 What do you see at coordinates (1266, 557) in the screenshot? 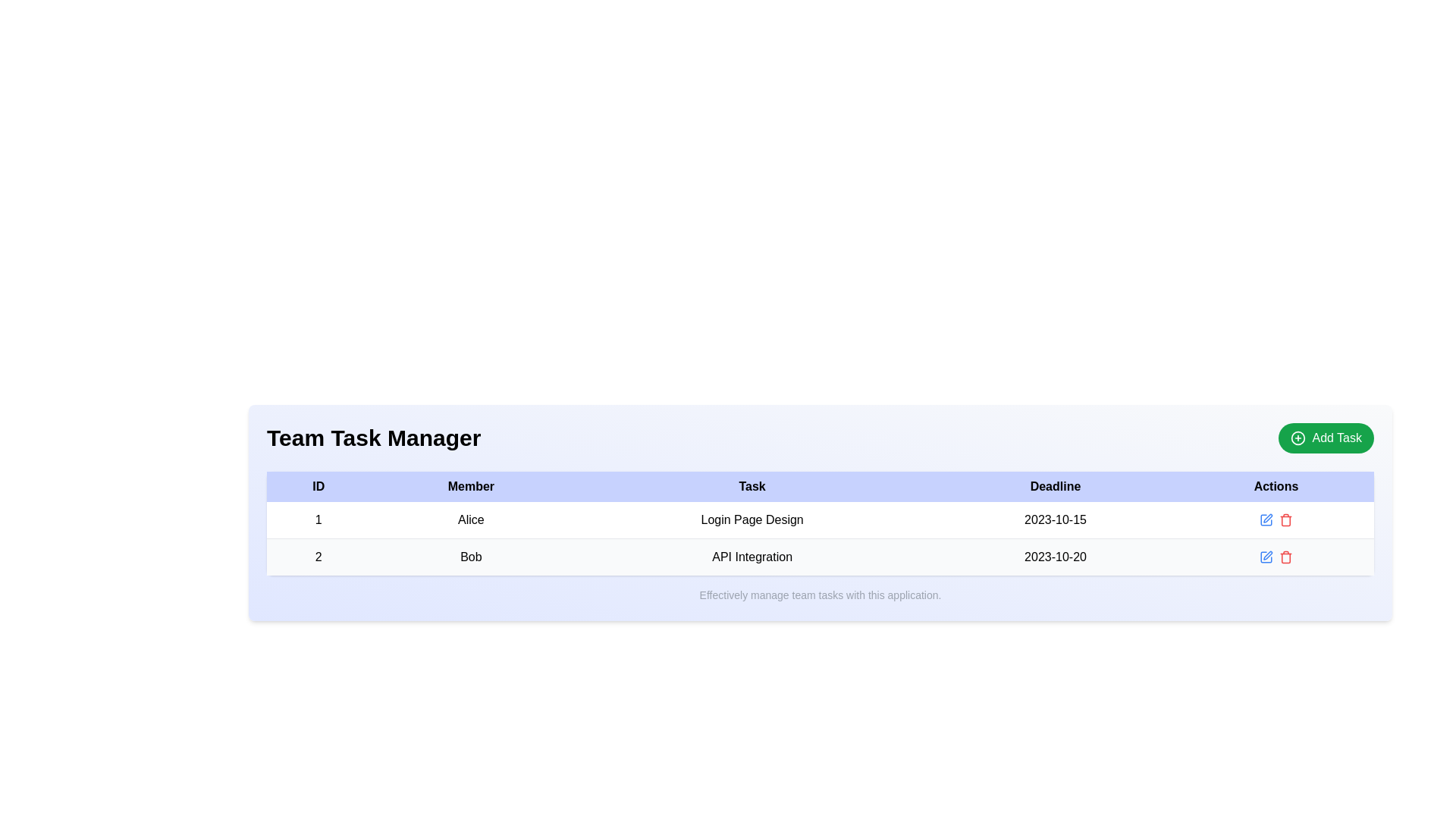
I see `the pencil icon button located in the 'Actions' column of the second row of the table` at bounding box center [1266, 557].